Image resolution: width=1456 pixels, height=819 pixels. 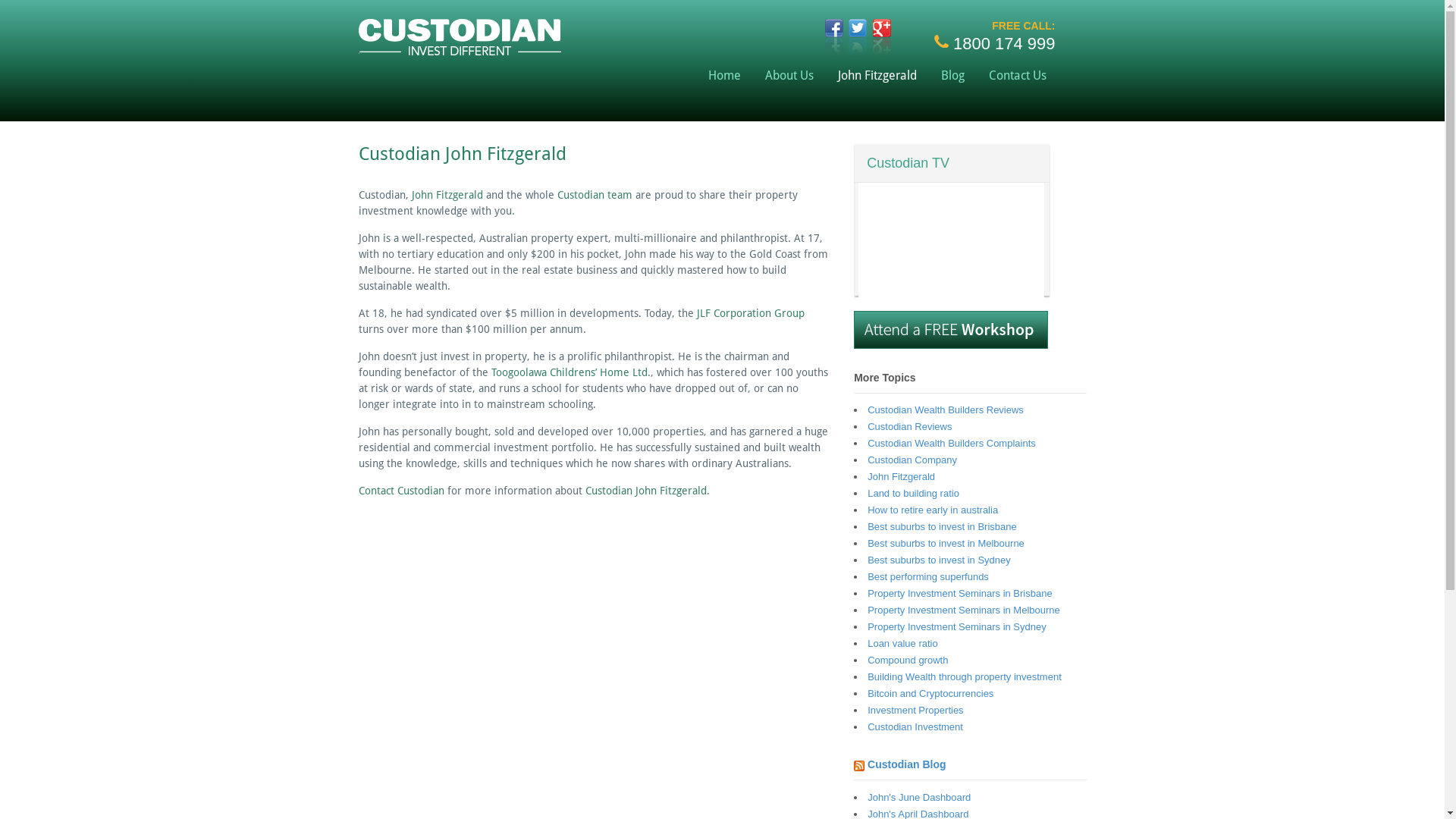 I want to click on 'Custodian Wealth Builders Complaints', so click(x=950, y=443).